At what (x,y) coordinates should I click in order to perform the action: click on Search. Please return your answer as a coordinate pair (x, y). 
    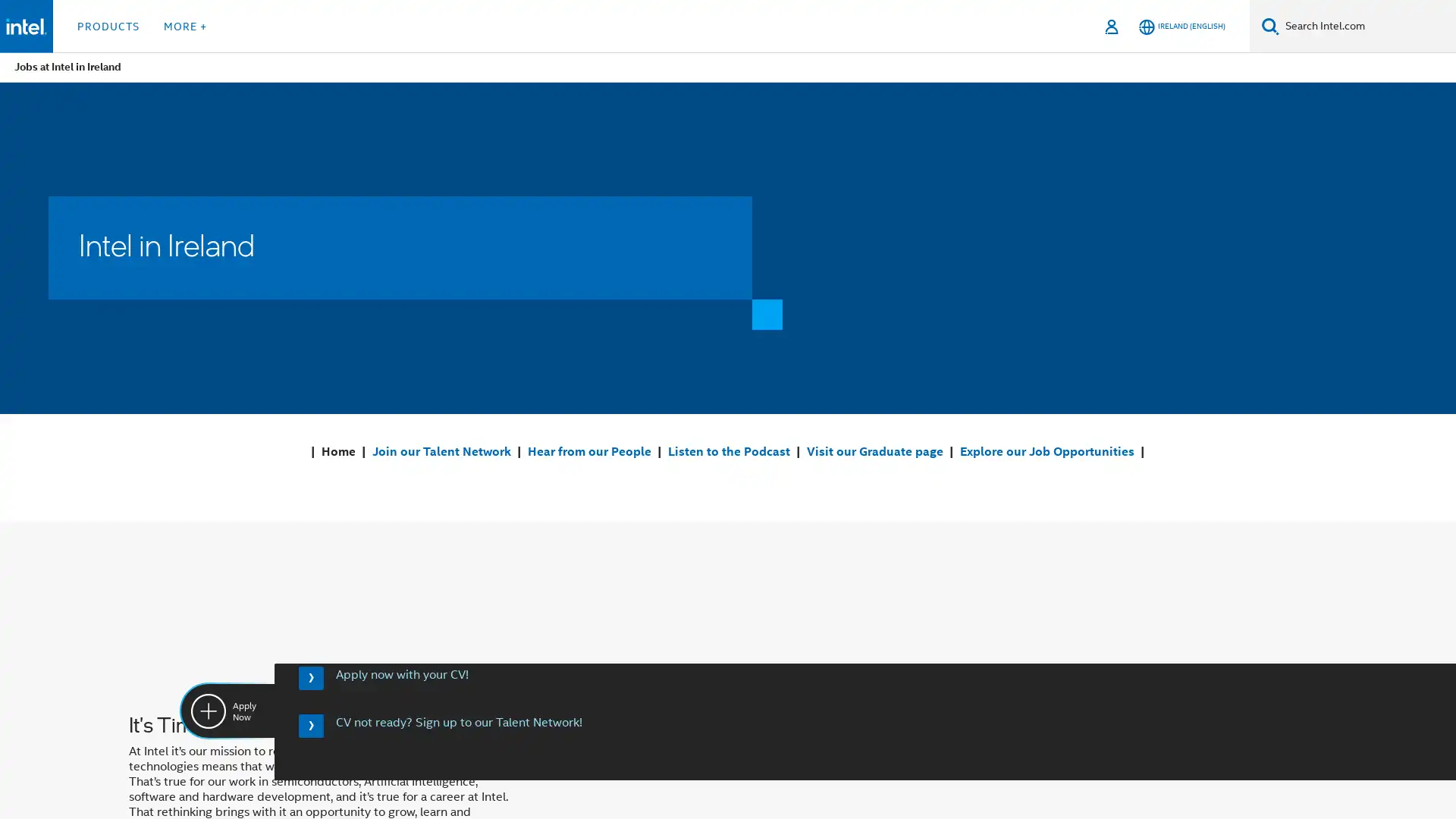
    Looking at the image, I should click on (1270, 26).